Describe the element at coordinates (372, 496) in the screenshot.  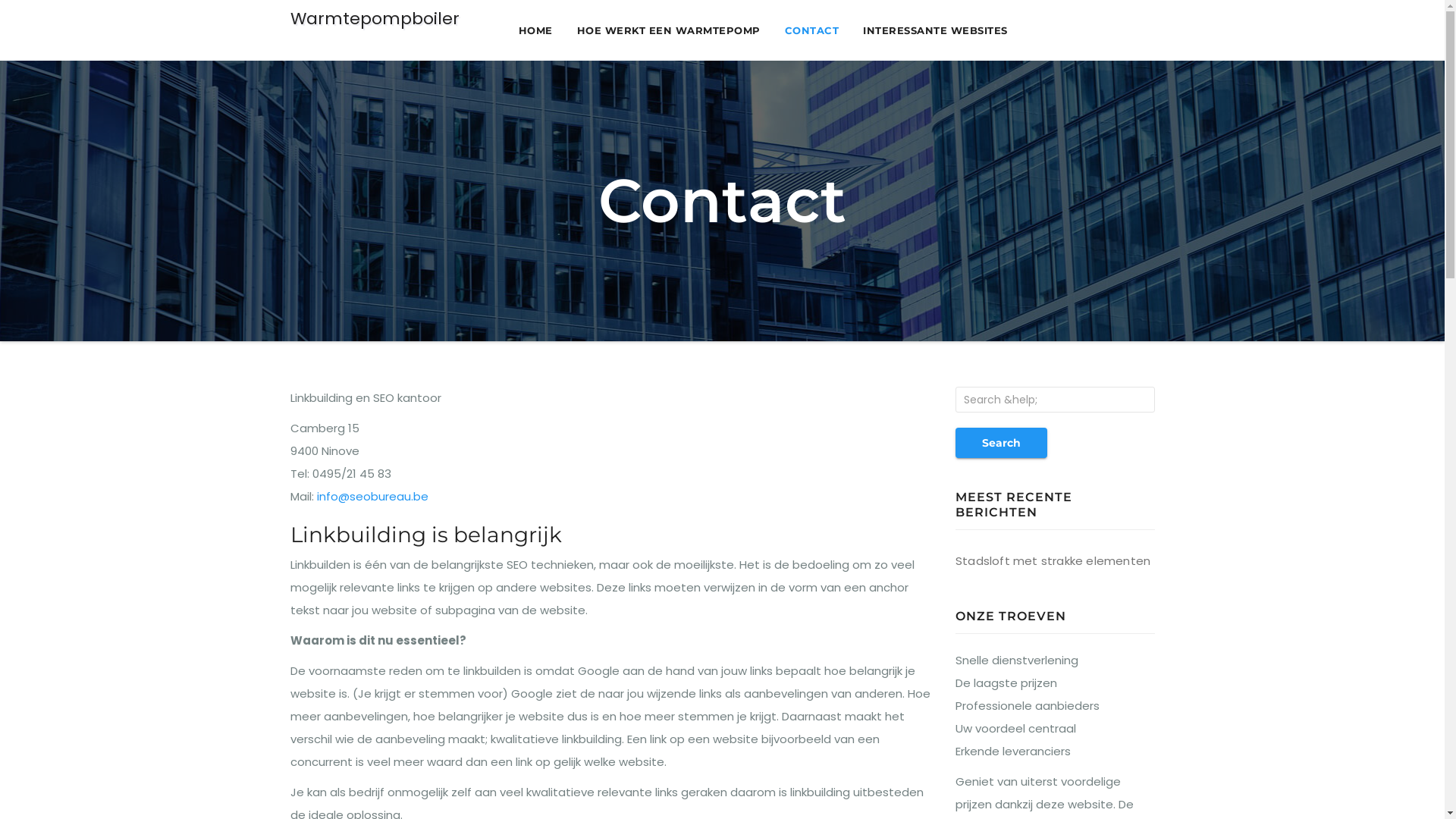
I see `'info@seobureau.be'` at that location.